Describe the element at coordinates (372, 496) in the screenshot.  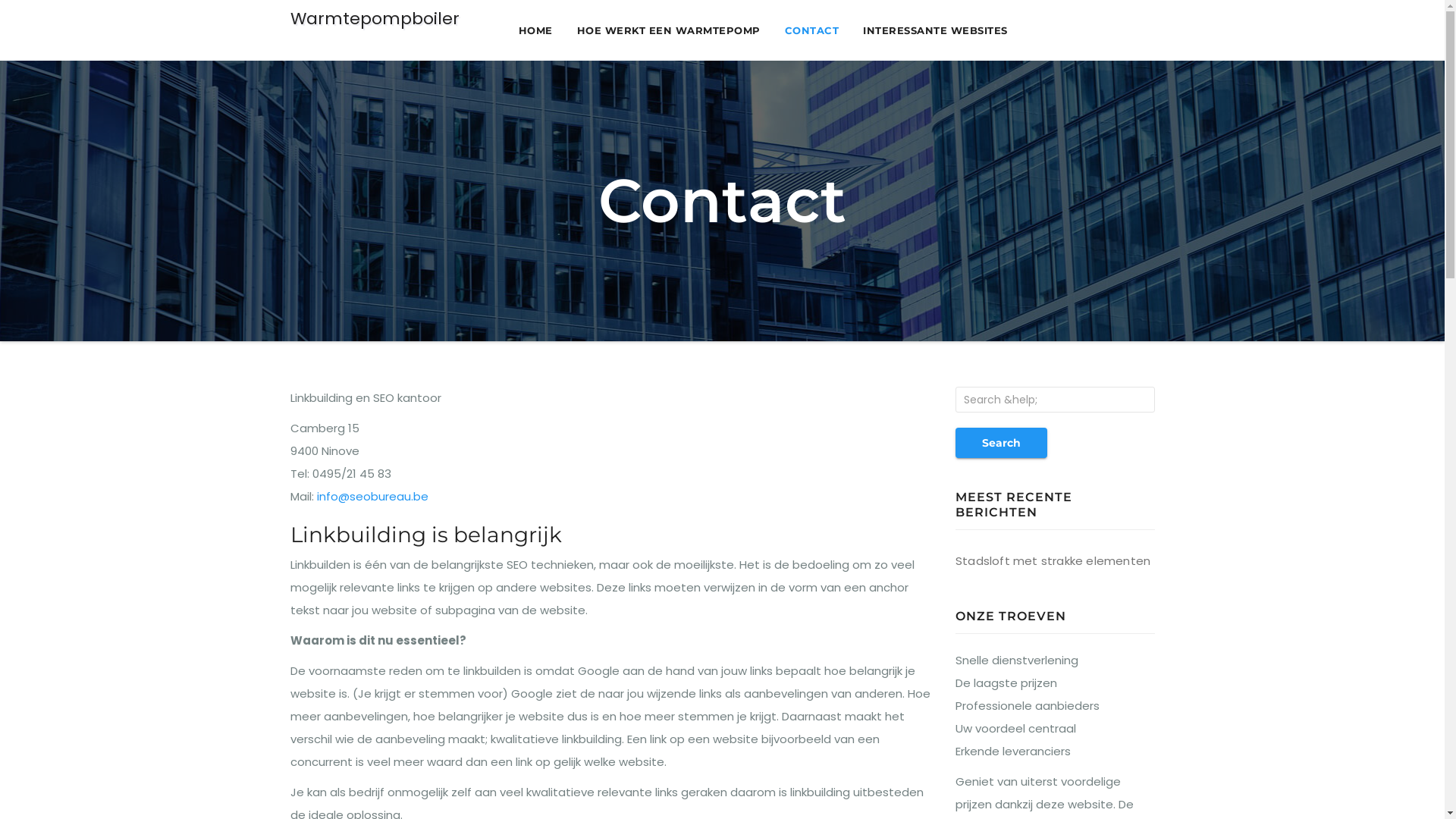
I see `'info@seobureau.be'` at that location.